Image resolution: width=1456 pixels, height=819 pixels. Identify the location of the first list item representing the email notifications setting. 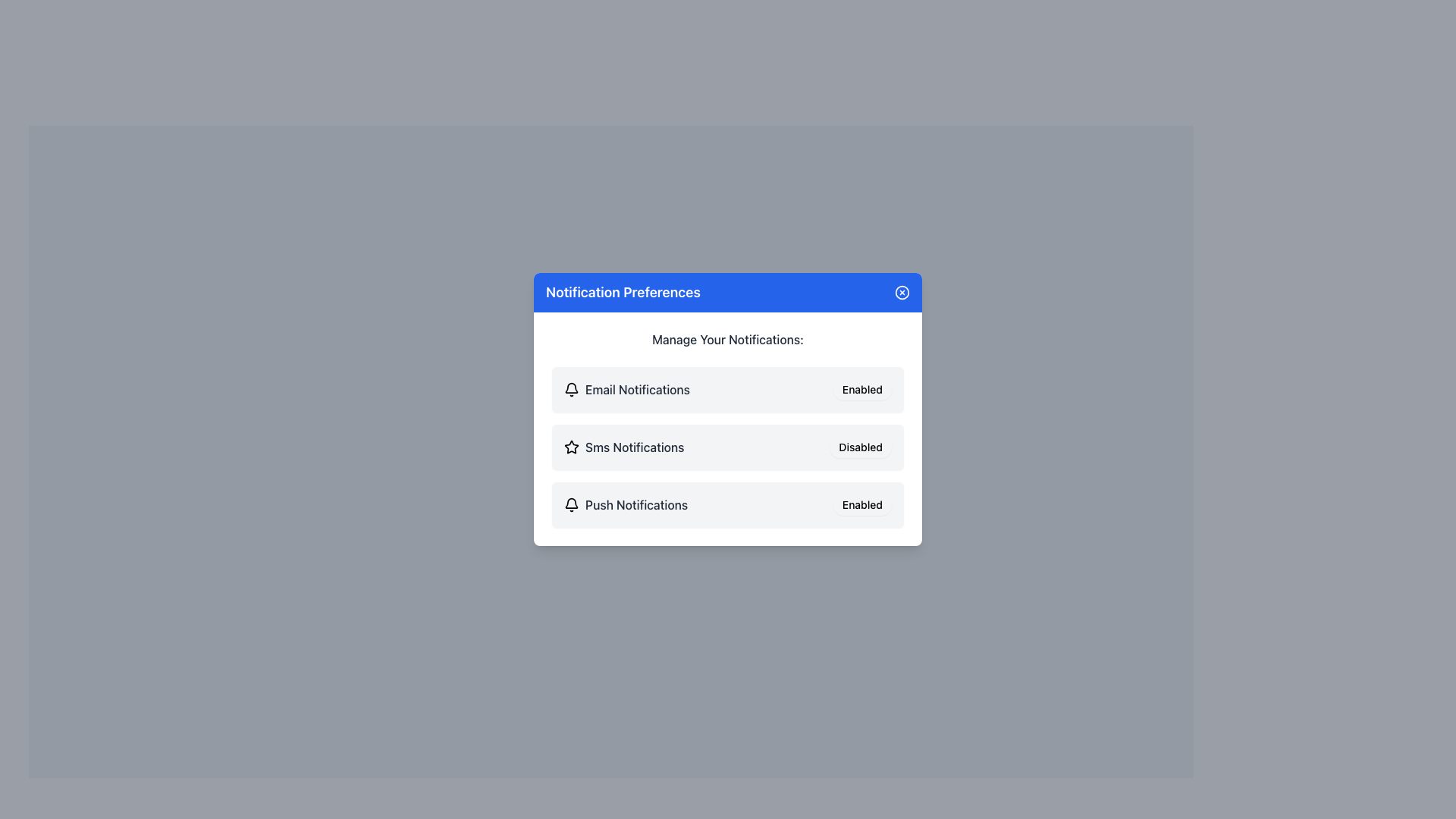
(728, 388).